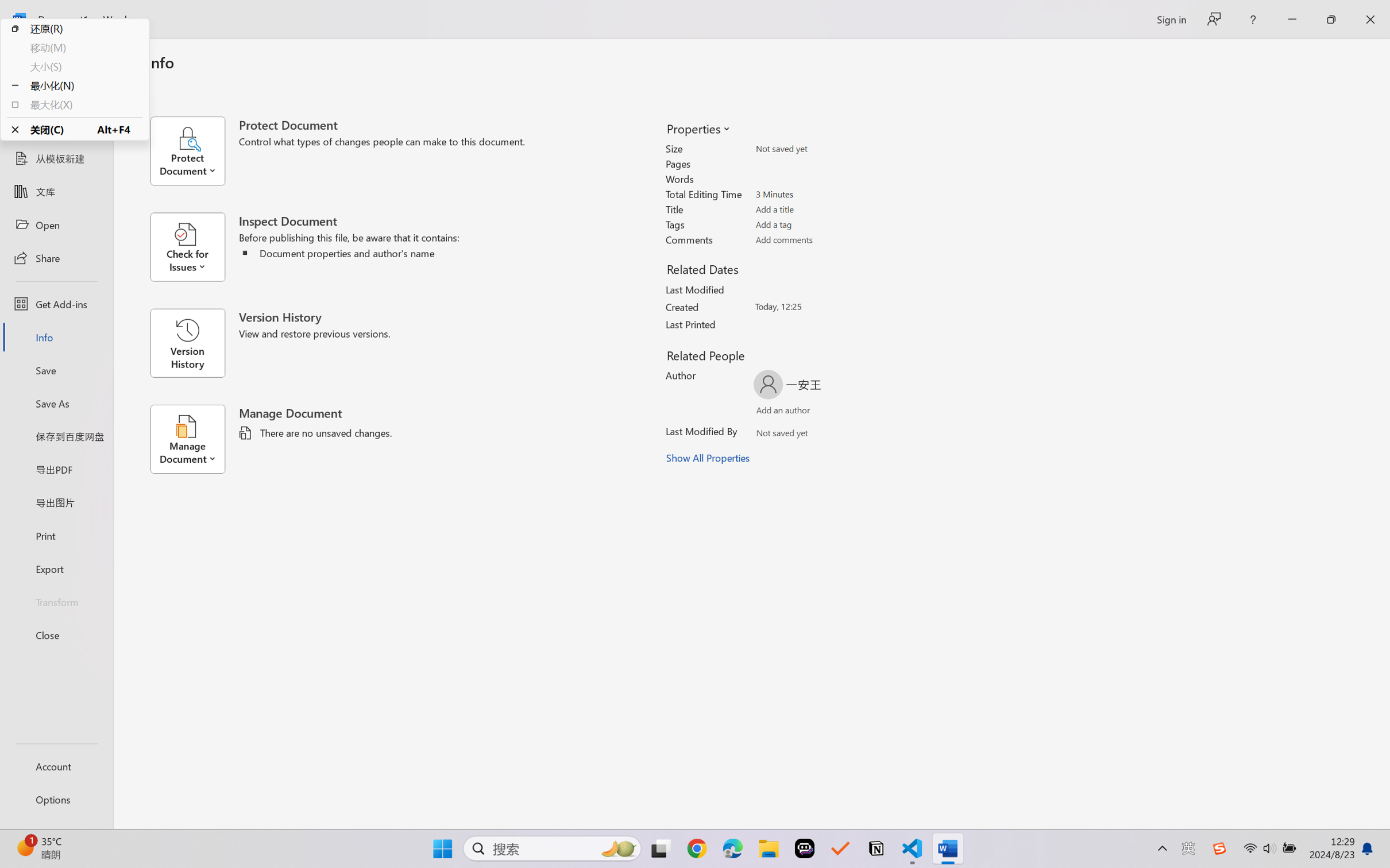 The height and width of the screenshot is (868, 1390). What do you see at coordinates (56, 303) in the screenshot?
I see `'Get Add-ins'` at bounding box center [56, 303].